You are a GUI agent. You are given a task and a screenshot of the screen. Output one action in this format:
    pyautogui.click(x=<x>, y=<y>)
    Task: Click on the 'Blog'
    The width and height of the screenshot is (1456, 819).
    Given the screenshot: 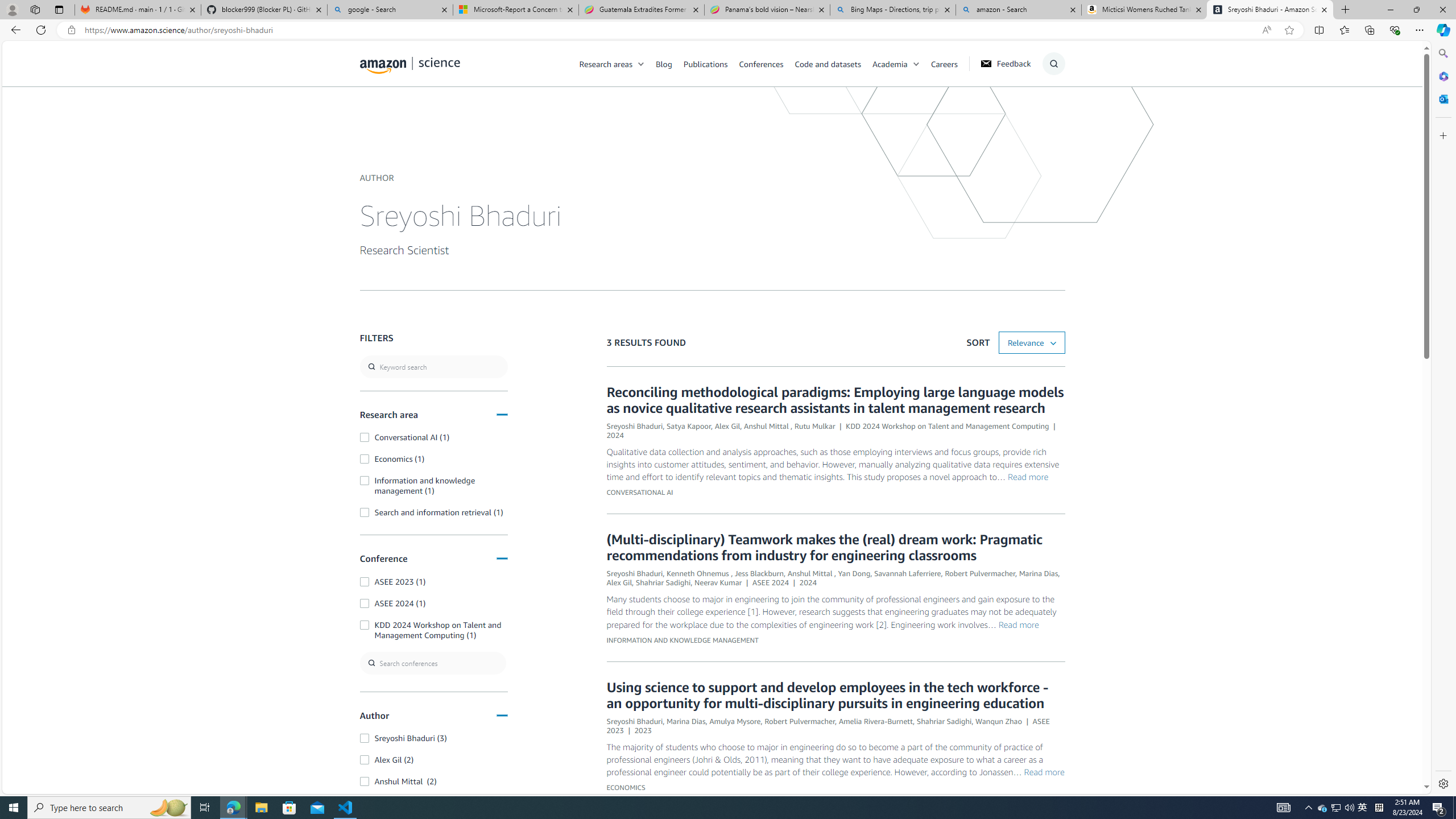 What is the action you would take?
    pyautogui.click(x=663, y=63)
    